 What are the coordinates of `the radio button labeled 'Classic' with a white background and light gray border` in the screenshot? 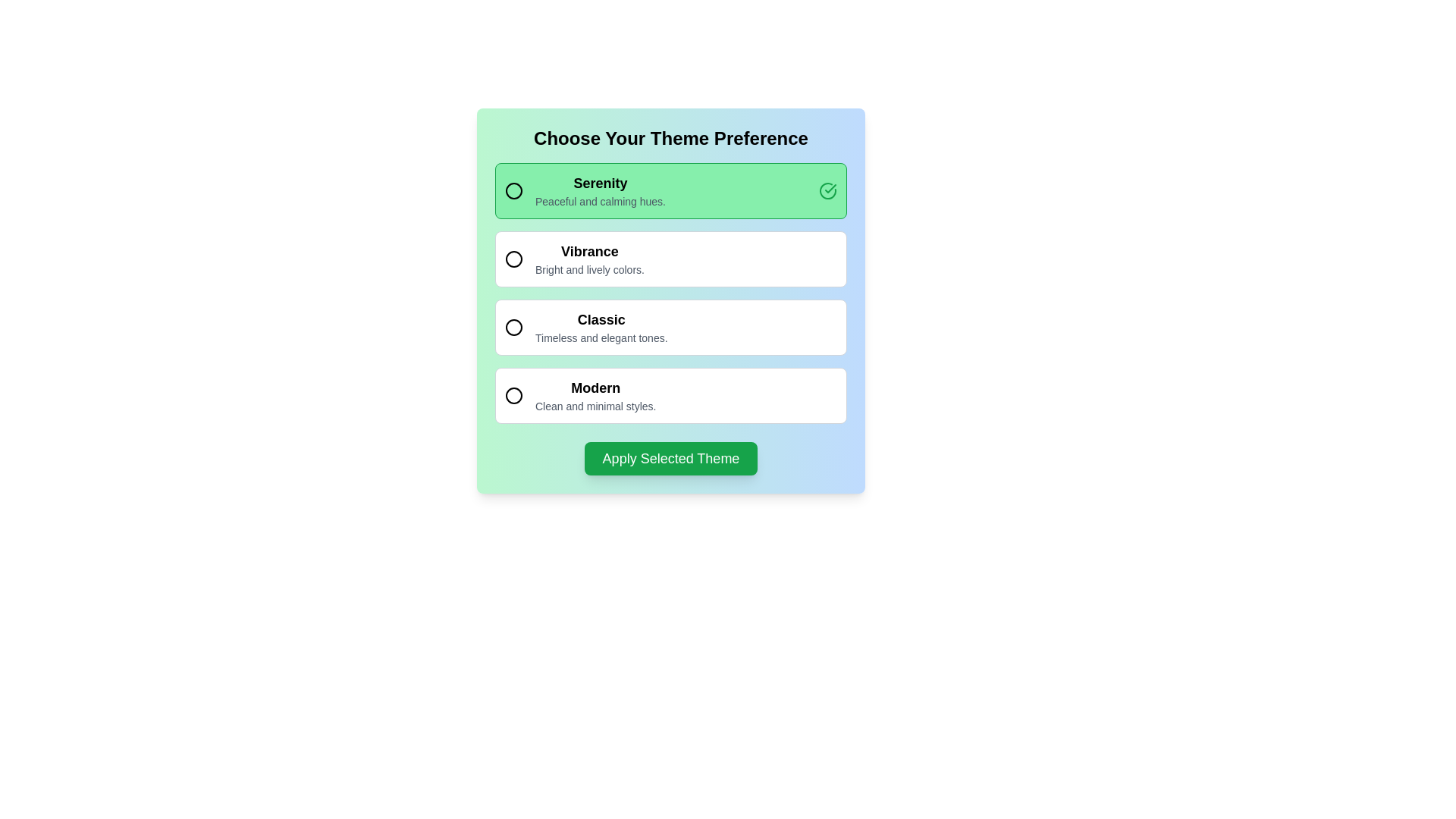 It's located at (670, 327).